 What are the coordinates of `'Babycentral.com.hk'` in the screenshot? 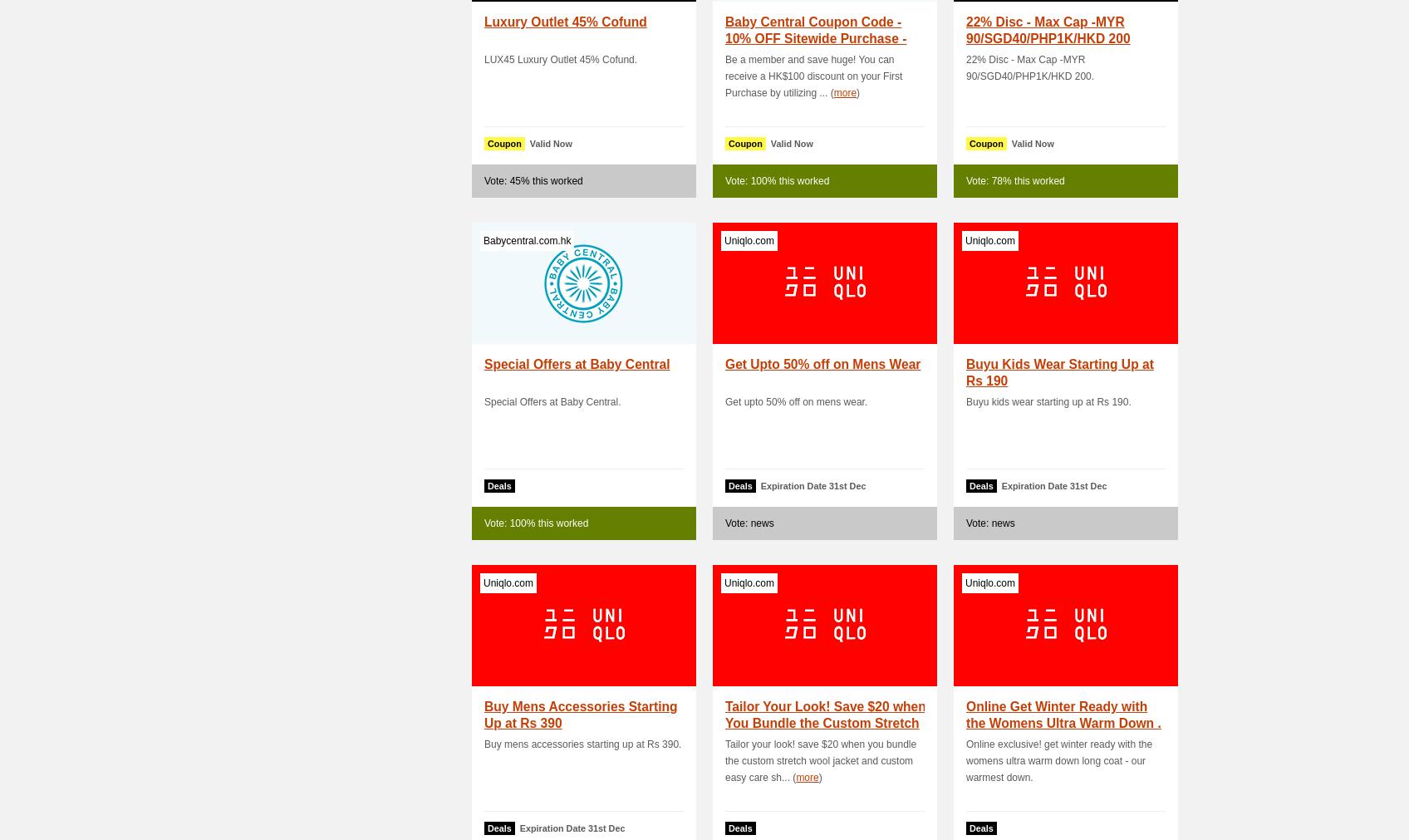 It's located at (484, 240).